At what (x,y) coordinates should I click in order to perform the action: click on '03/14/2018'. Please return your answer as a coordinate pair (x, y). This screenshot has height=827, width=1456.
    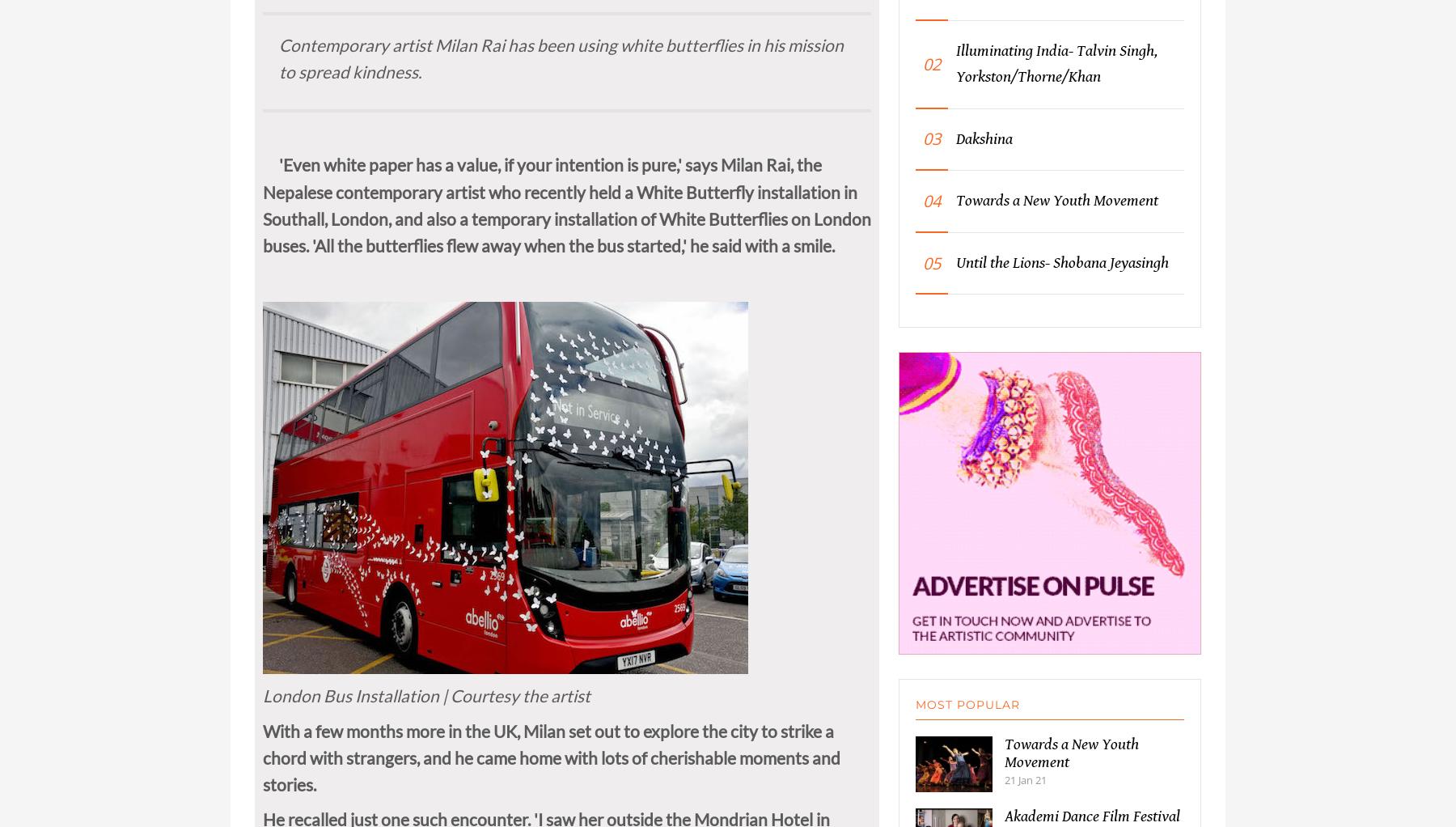
    Looking at the image, I should click on (290, 8).